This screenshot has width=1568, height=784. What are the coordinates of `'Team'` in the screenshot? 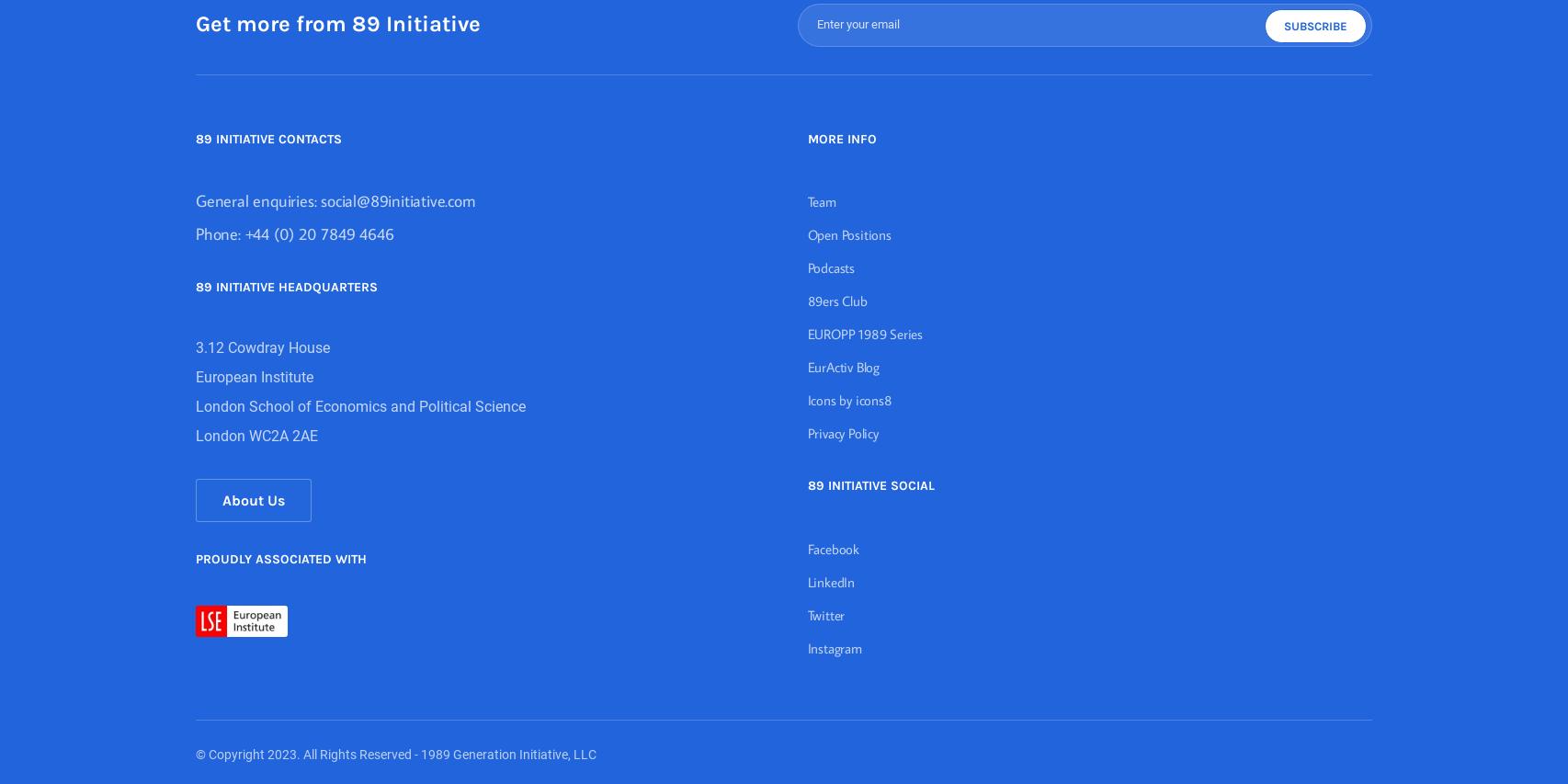 It's located at (807, 200).